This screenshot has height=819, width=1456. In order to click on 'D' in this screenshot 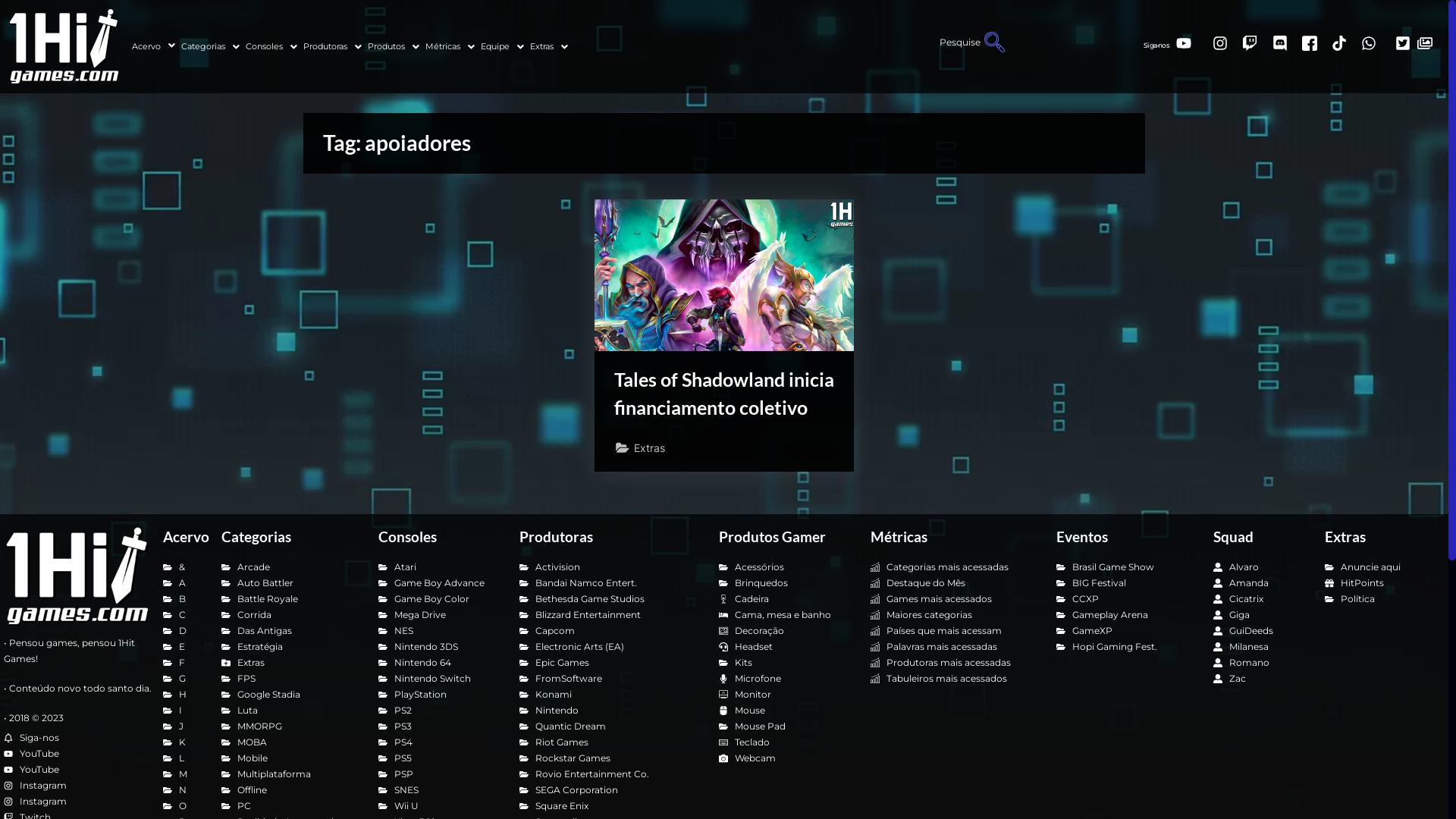, I will do `click(184, 630)`.